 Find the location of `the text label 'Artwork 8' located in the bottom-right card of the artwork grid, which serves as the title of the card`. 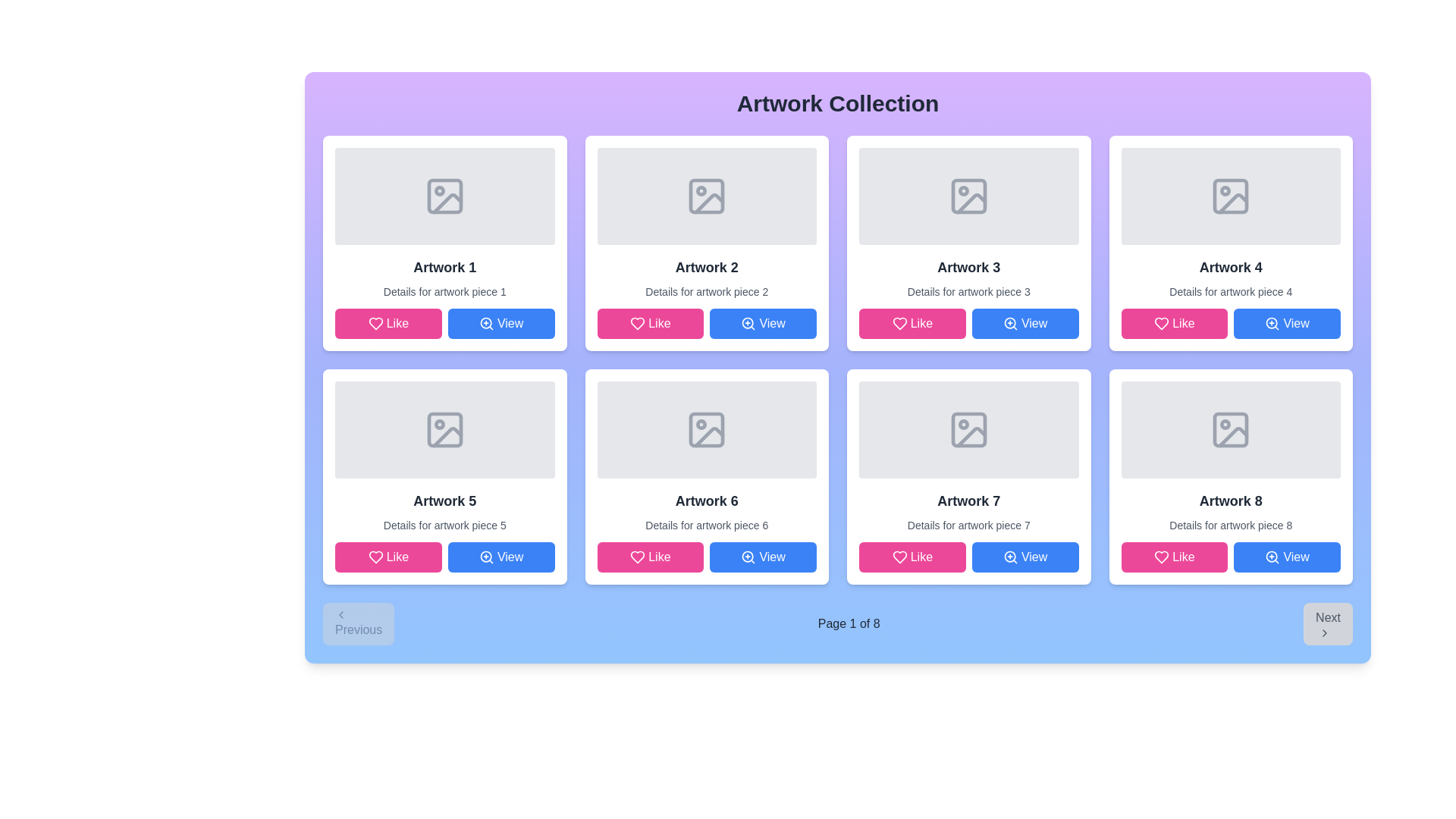

the text label 'Artwork 8' located in the bottom-right card of the artwork grid, which serves as the title of the card is located at coordinates (1231, 500).